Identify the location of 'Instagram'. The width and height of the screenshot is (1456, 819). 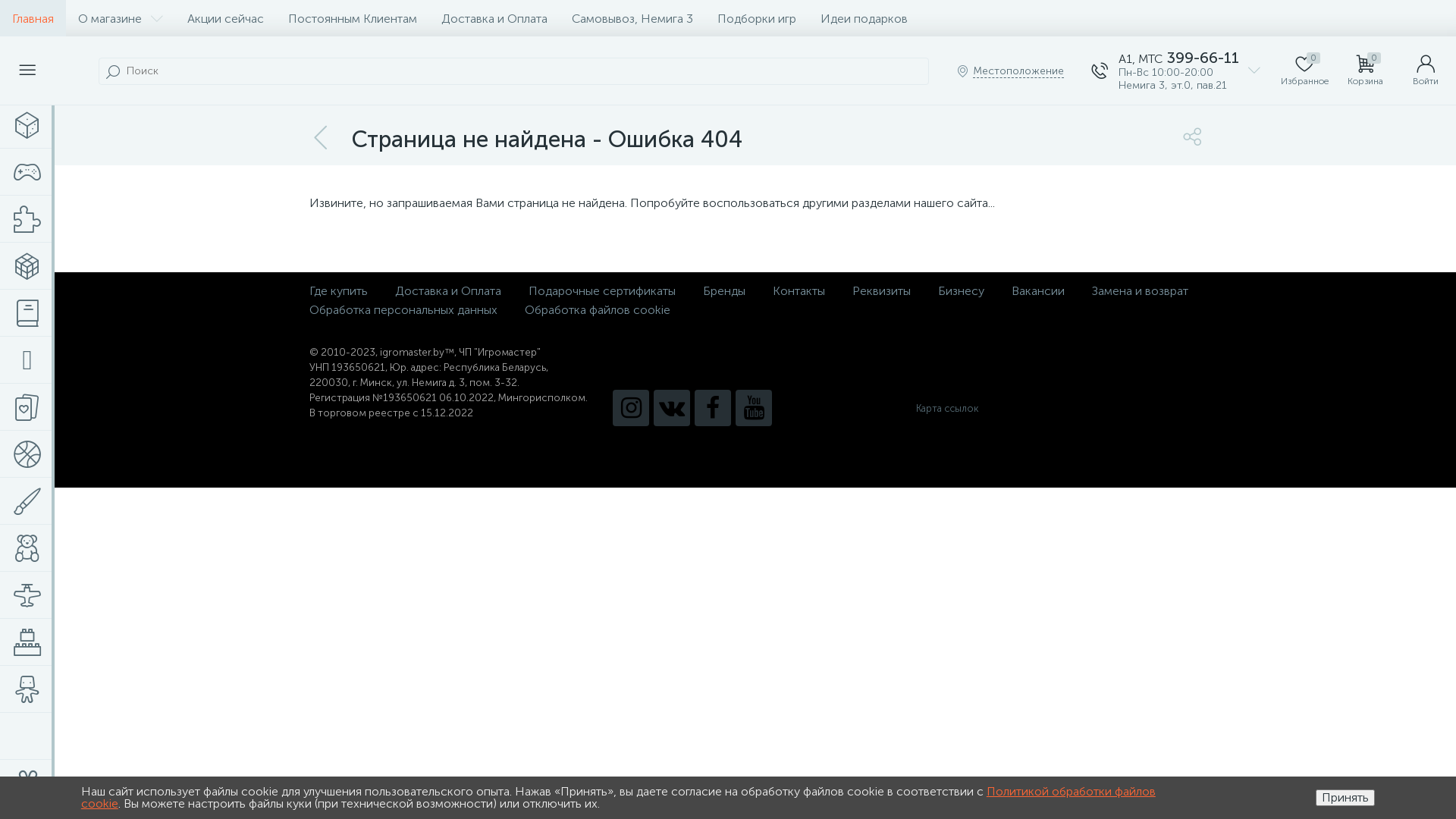
(630, 406).